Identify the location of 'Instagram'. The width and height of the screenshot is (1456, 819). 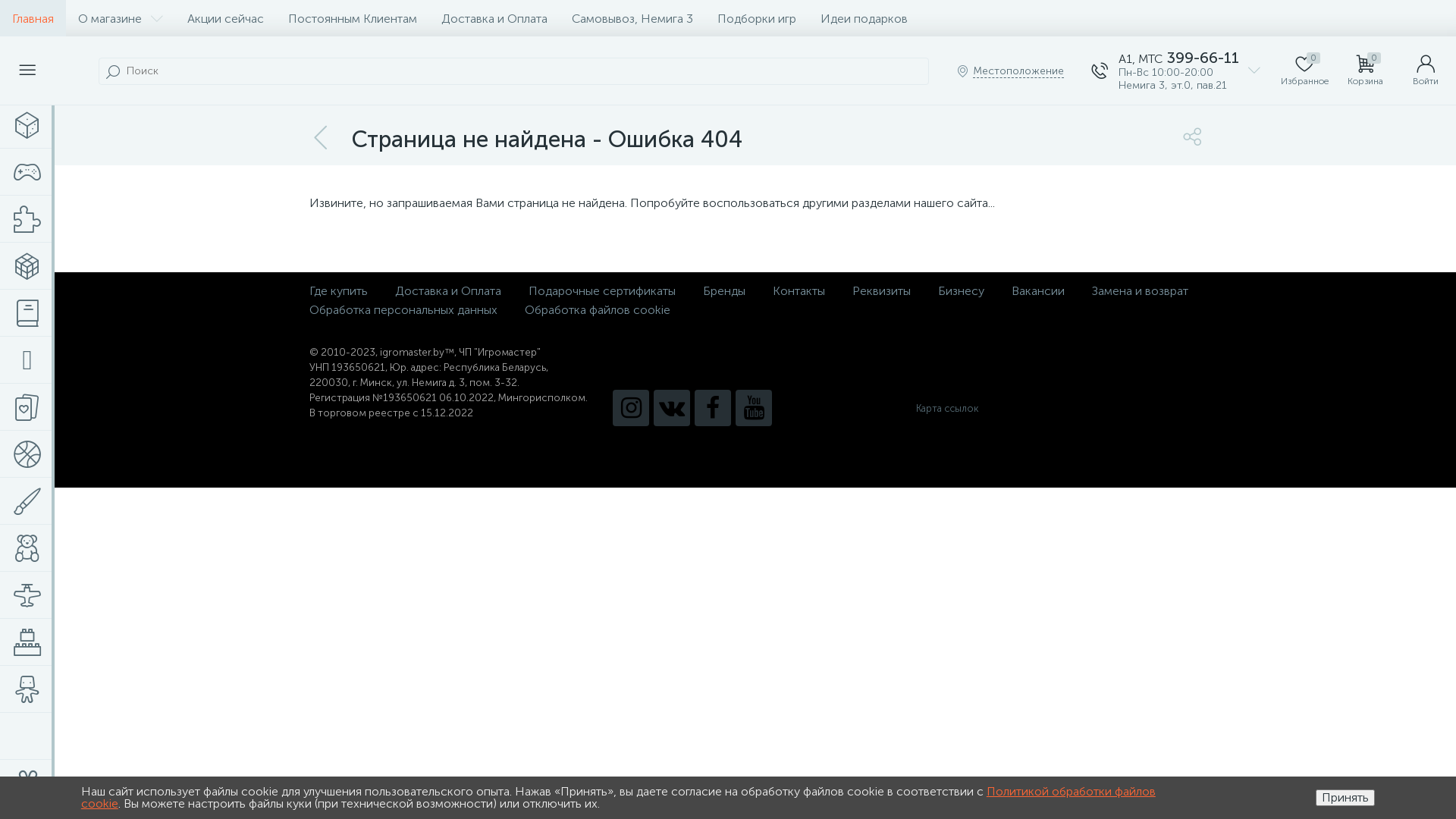
(630, 406).